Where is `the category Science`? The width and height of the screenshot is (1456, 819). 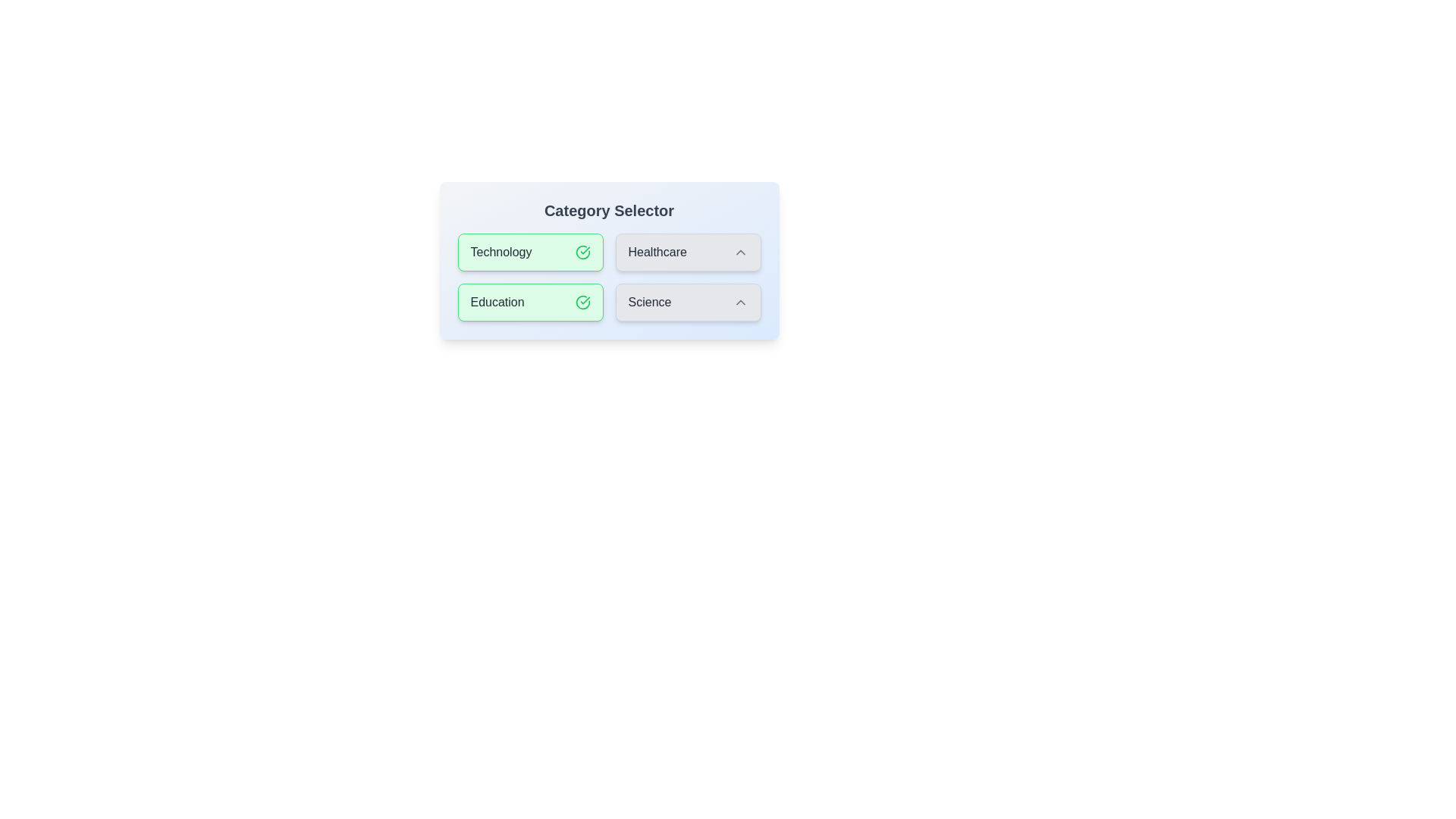 the category Science is located at coordinates (687, 302).